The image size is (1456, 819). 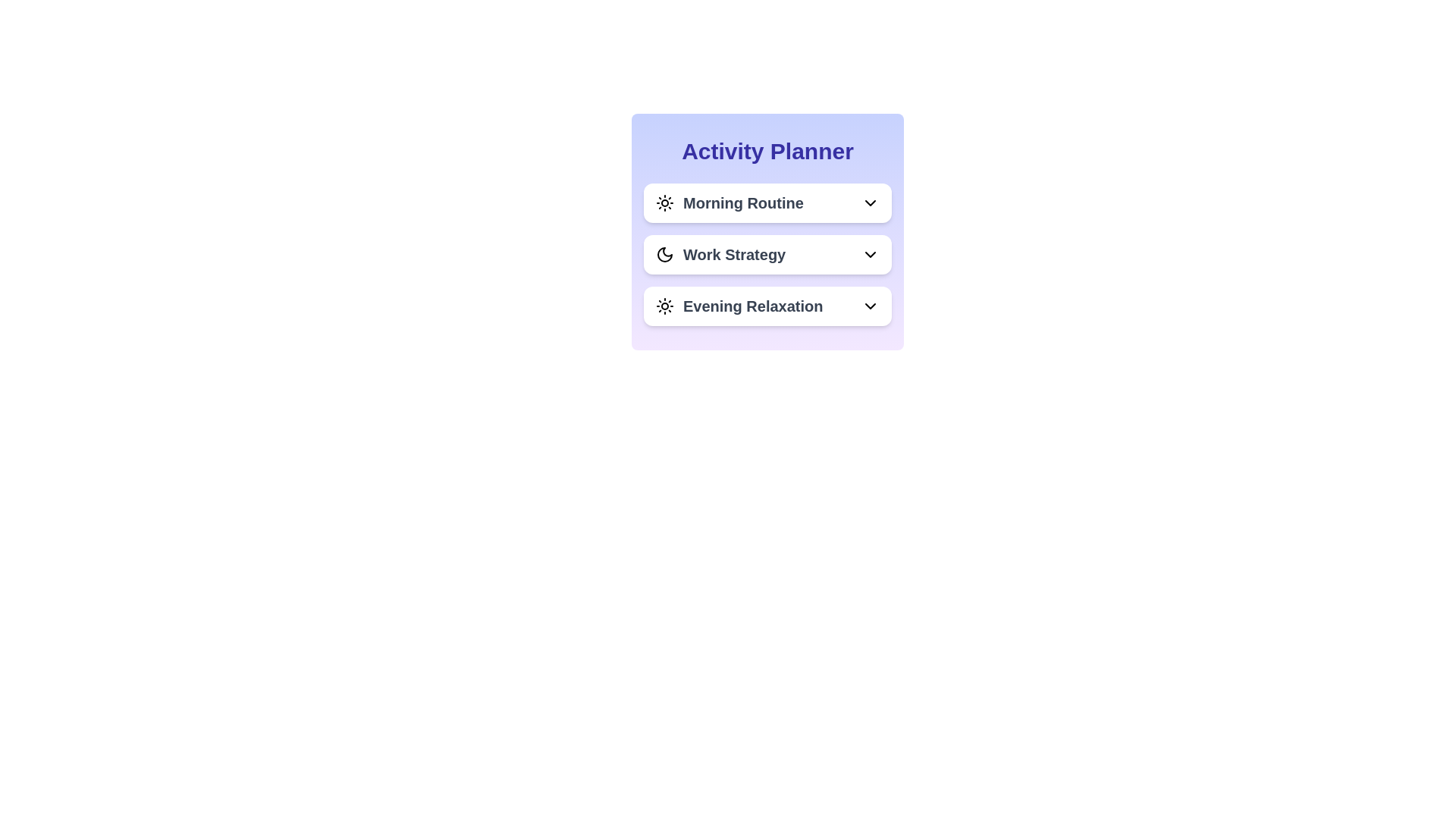 I want to click on the activity icon for Work Strategy, so click(x=665, y=253).